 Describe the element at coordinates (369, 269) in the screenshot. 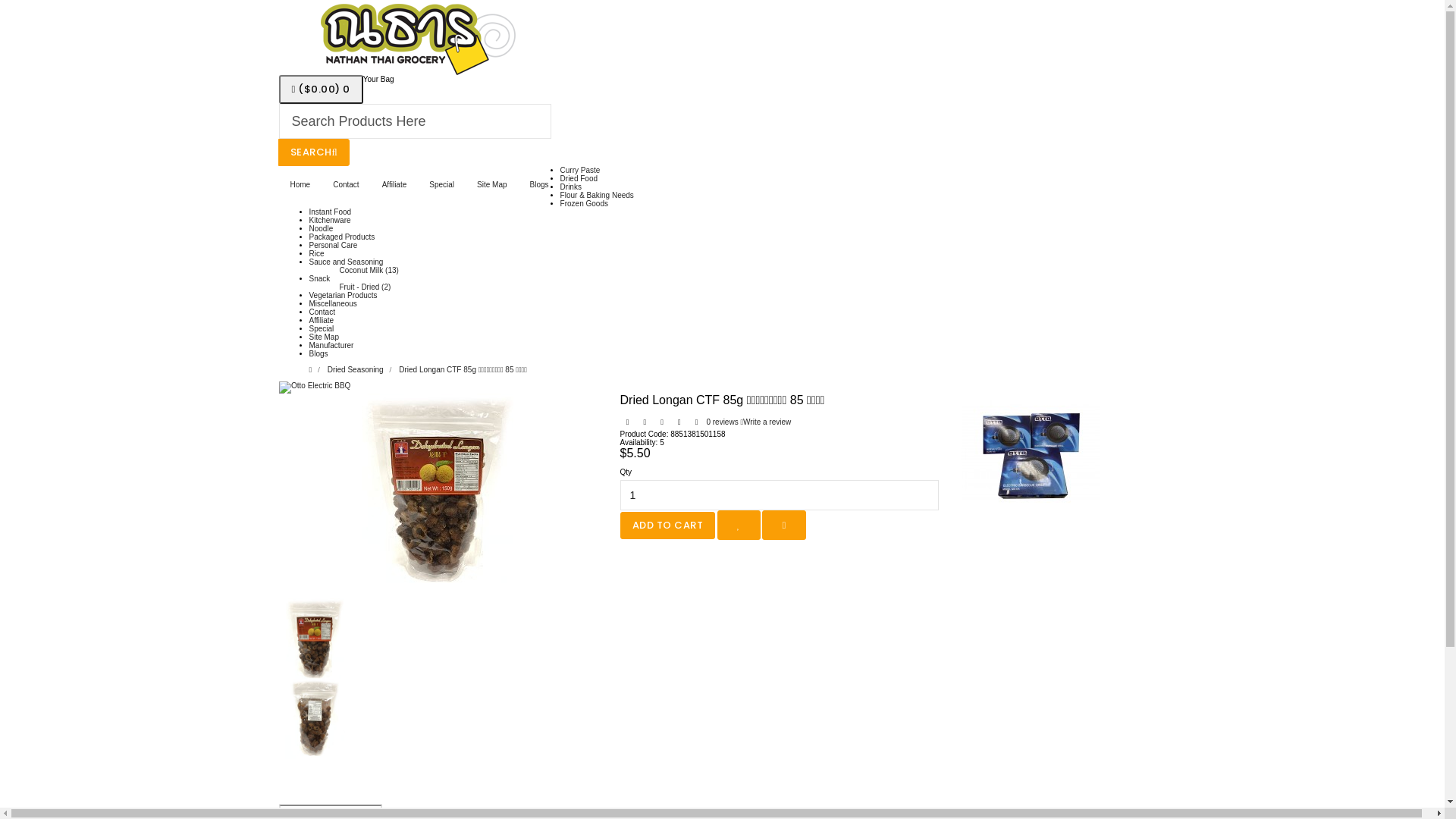

I see `'Coconut Milk (13)'` at that location.